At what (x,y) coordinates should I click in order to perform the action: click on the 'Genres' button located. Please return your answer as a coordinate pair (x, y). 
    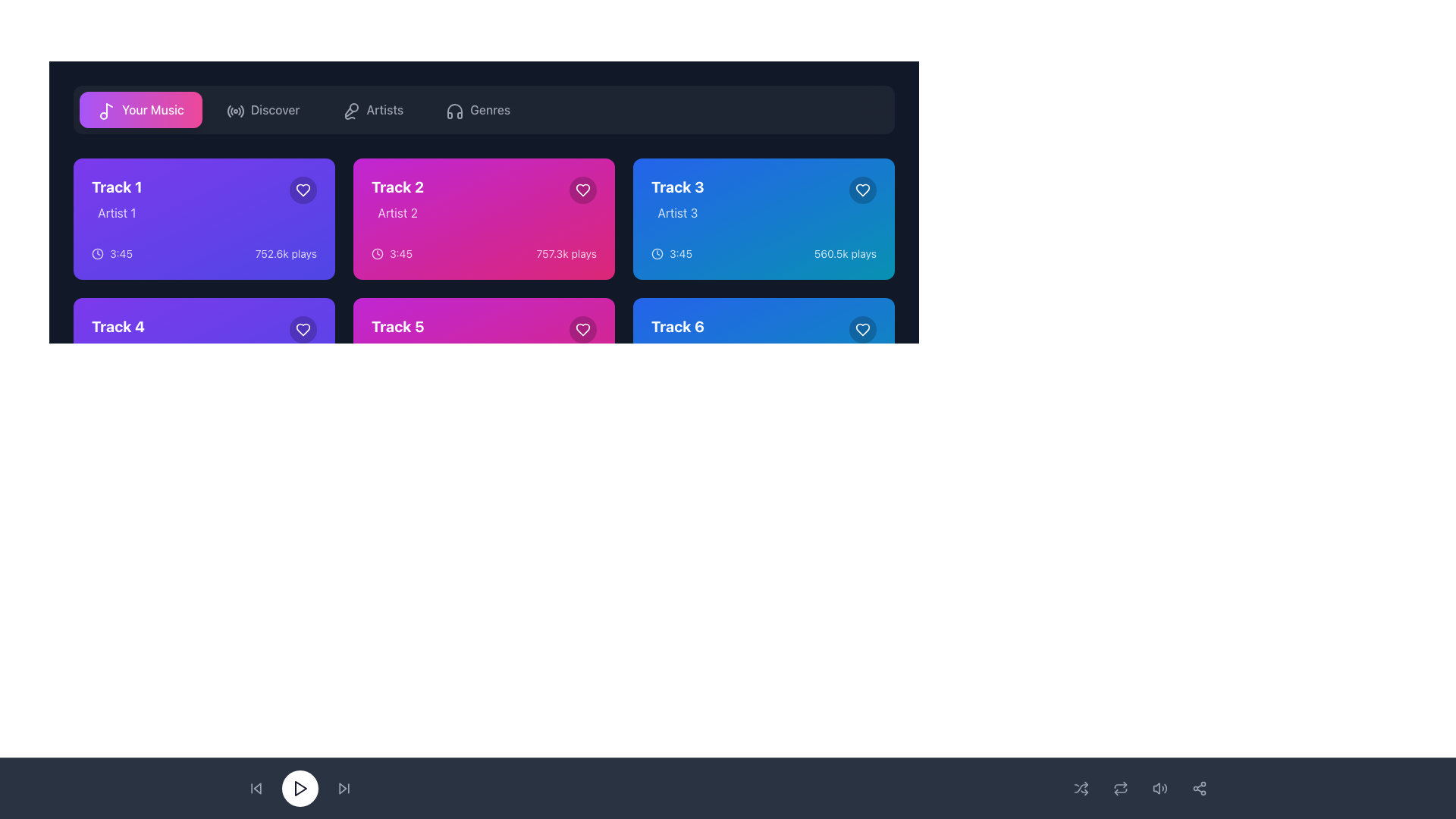
    Looking at the image, I should click on (477, 109).